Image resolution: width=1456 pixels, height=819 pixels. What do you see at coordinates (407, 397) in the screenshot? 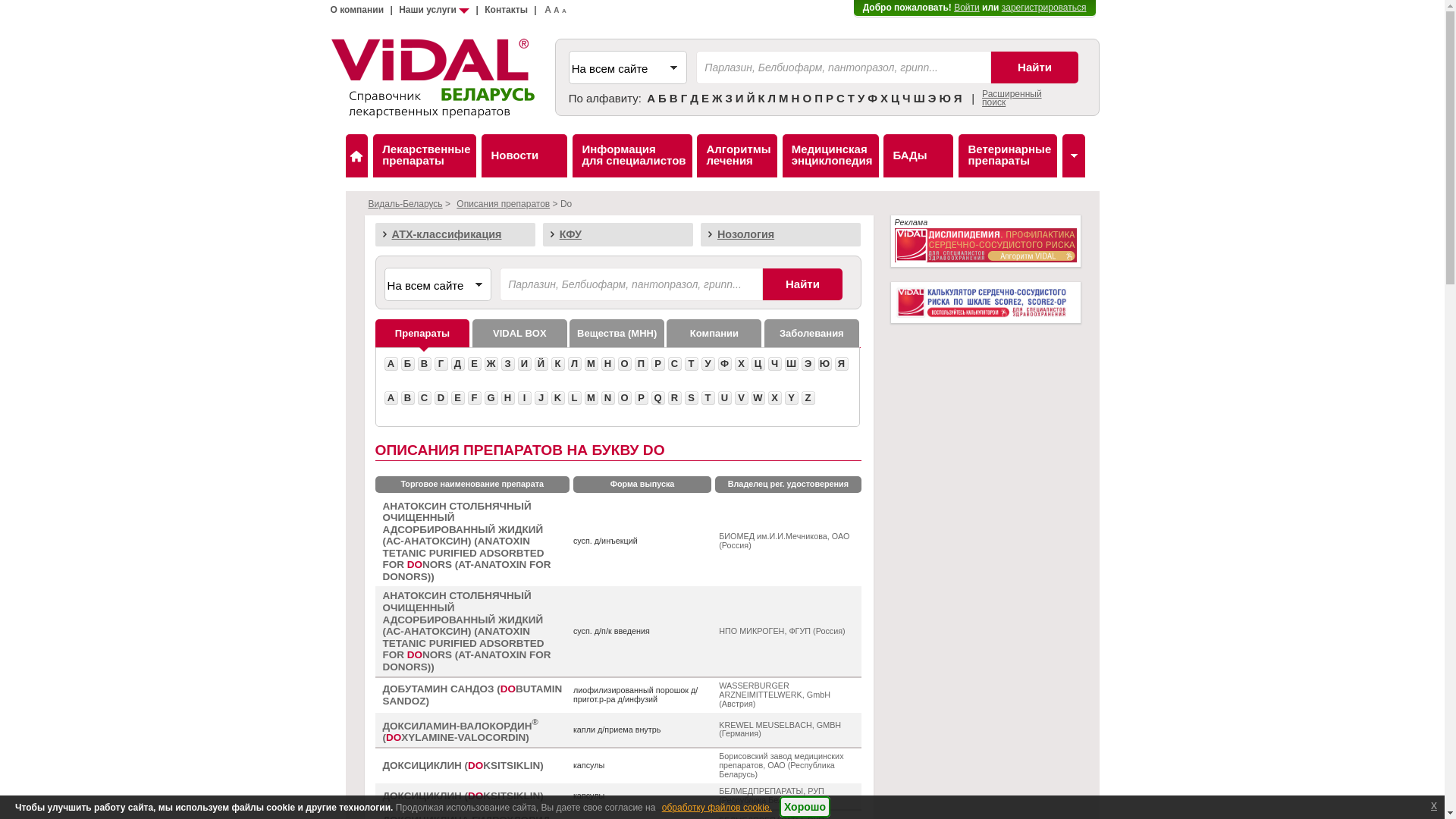
I see `'B'` at bounding box center [407, 397].